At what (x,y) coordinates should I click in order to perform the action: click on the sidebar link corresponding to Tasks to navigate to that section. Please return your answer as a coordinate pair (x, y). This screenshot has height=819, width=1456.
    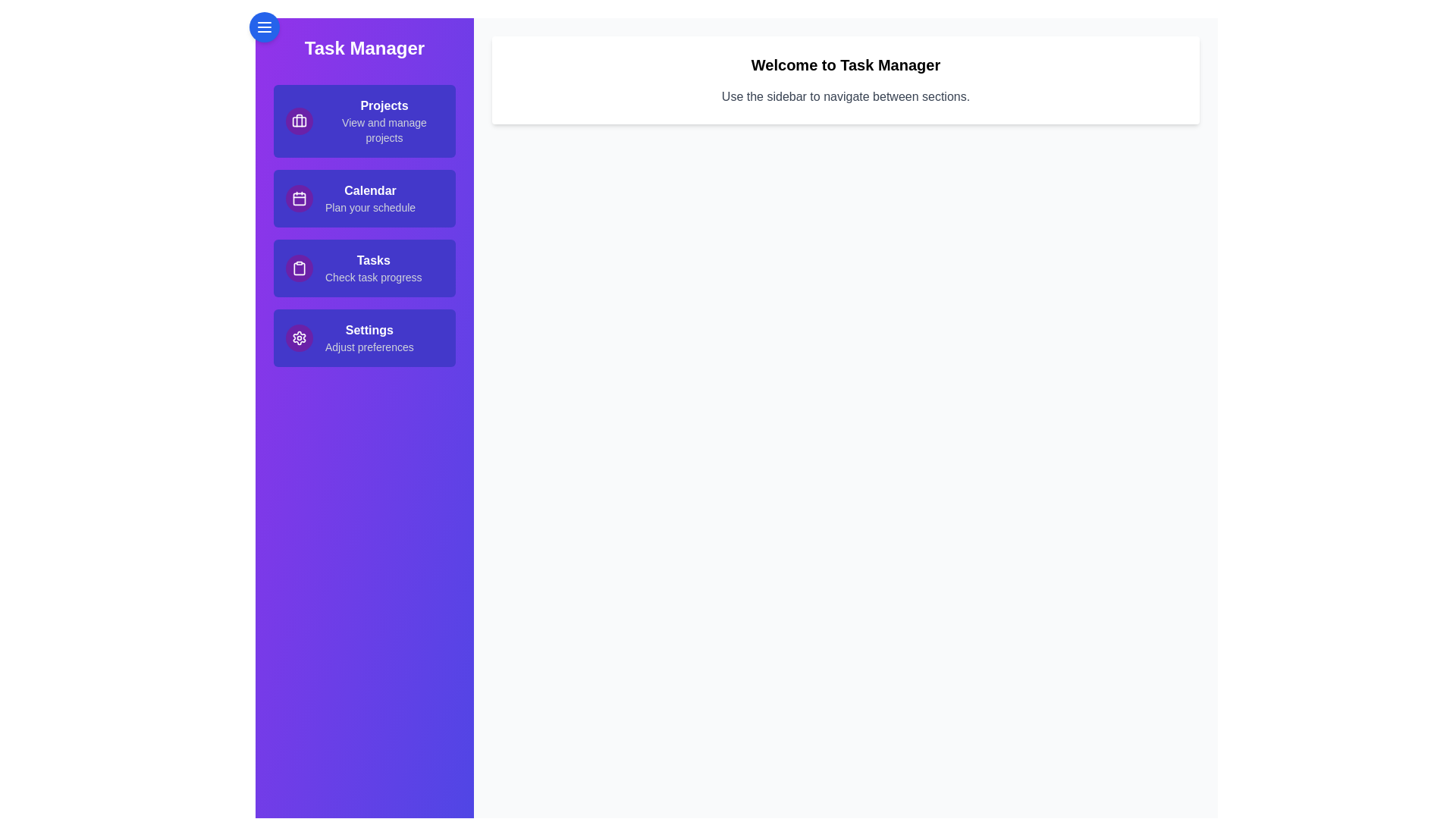
    Looking at the image, I should click on (364, 268).